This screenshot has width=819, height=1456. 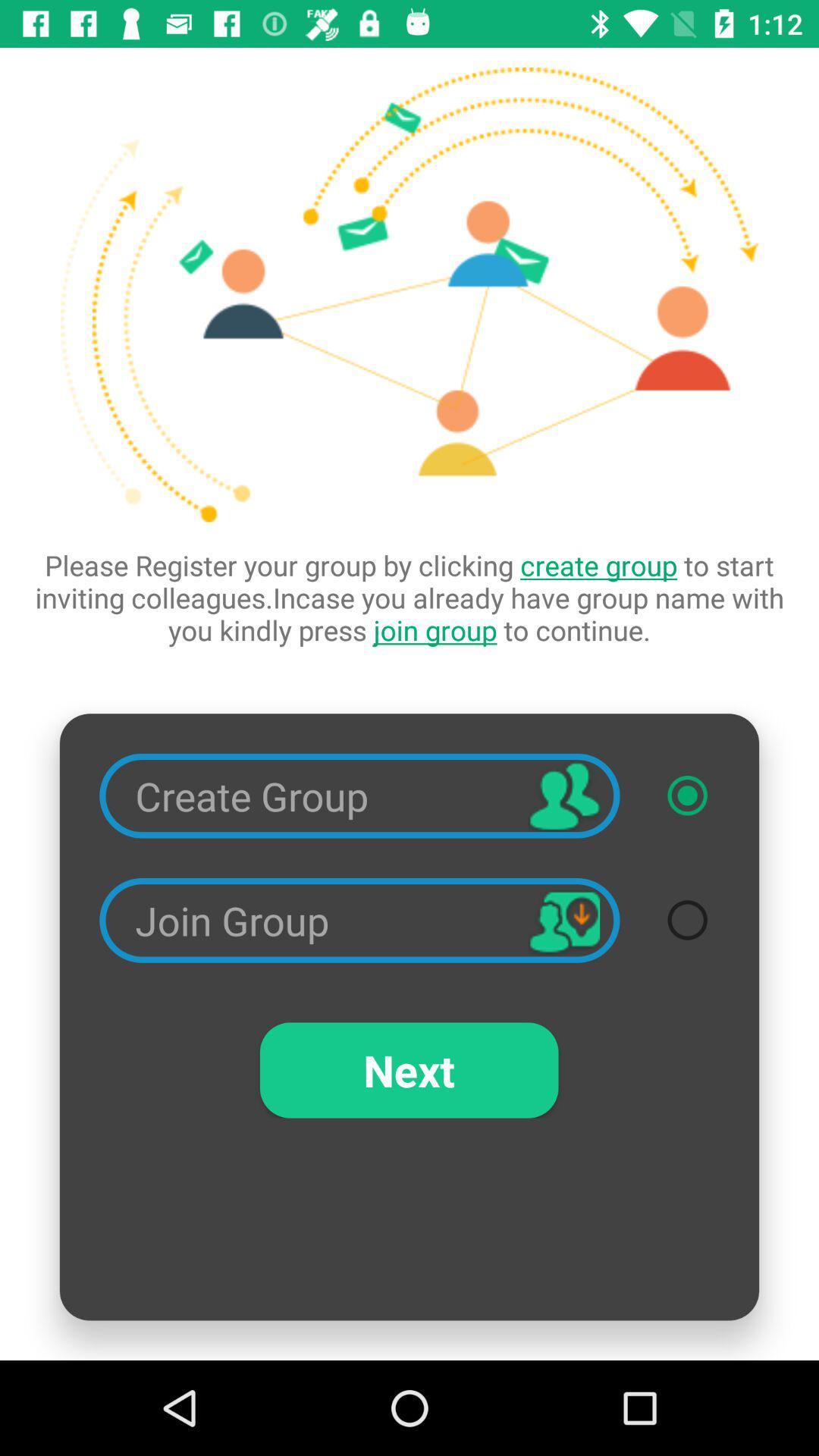 What do you see at coordinates (409, 597) in the screenshot?
I see `icon at the center` at bounding box center [409, 597].